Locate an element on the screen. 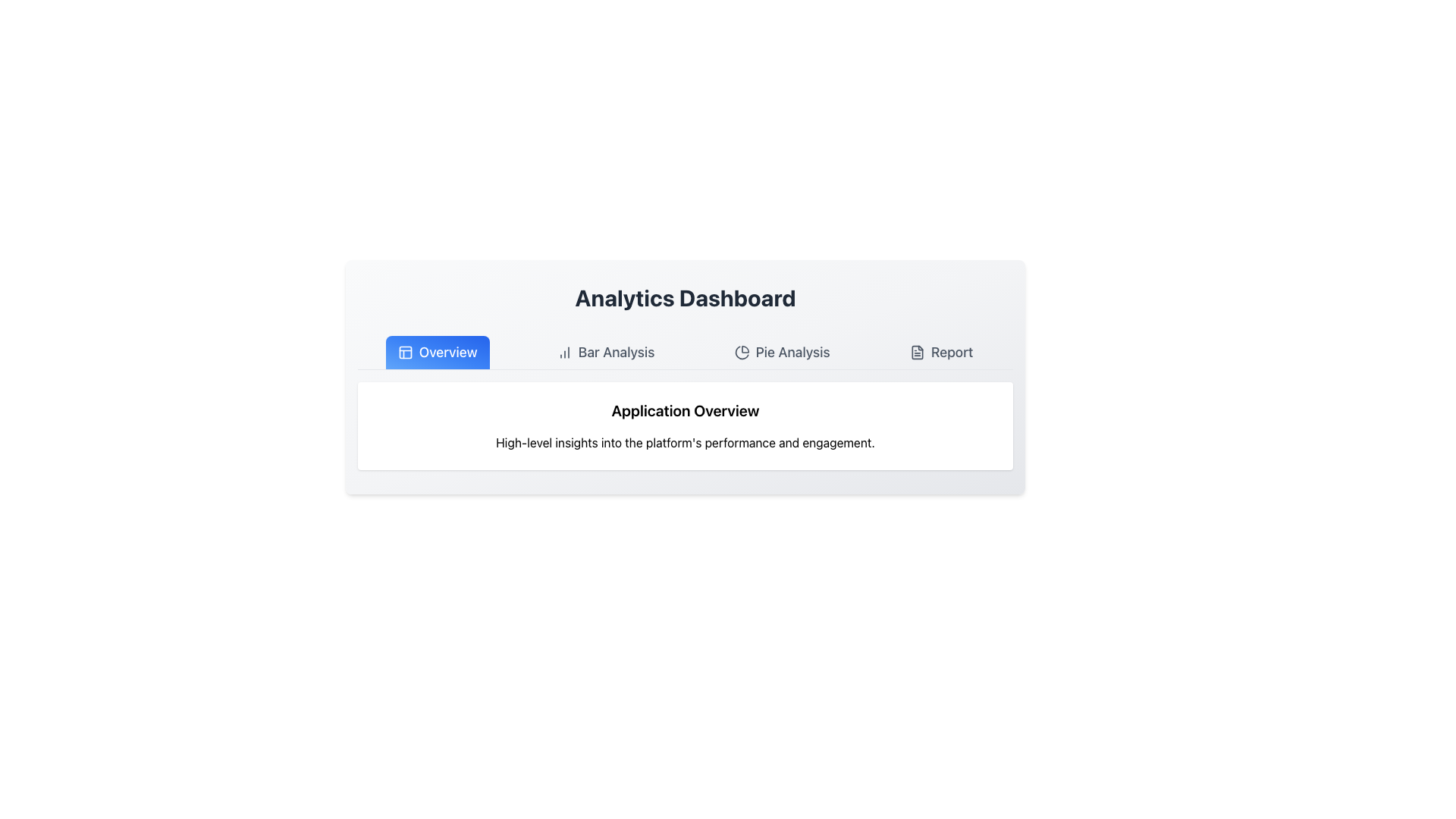  the static text label that provides context about the 'Application Overview' section, located beneath the heading 'Application Overview' in the 'Analytics Dashboard' panel is located at coordinates (684, 442).